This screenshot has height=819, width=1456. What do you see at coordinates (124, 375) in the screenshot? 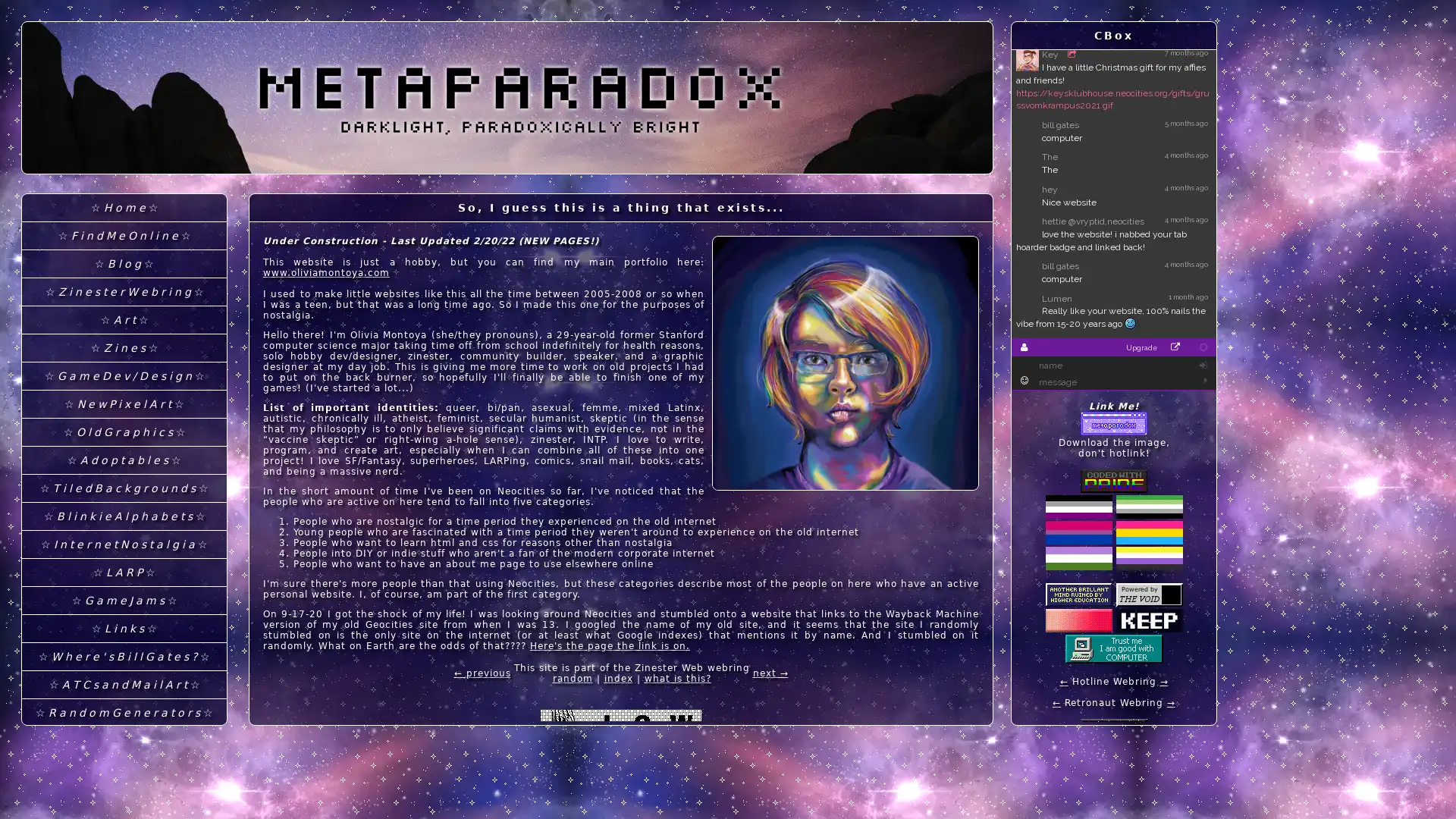
I see `G a m e D e v / D e s i g n` at bounding box center [124, 375].